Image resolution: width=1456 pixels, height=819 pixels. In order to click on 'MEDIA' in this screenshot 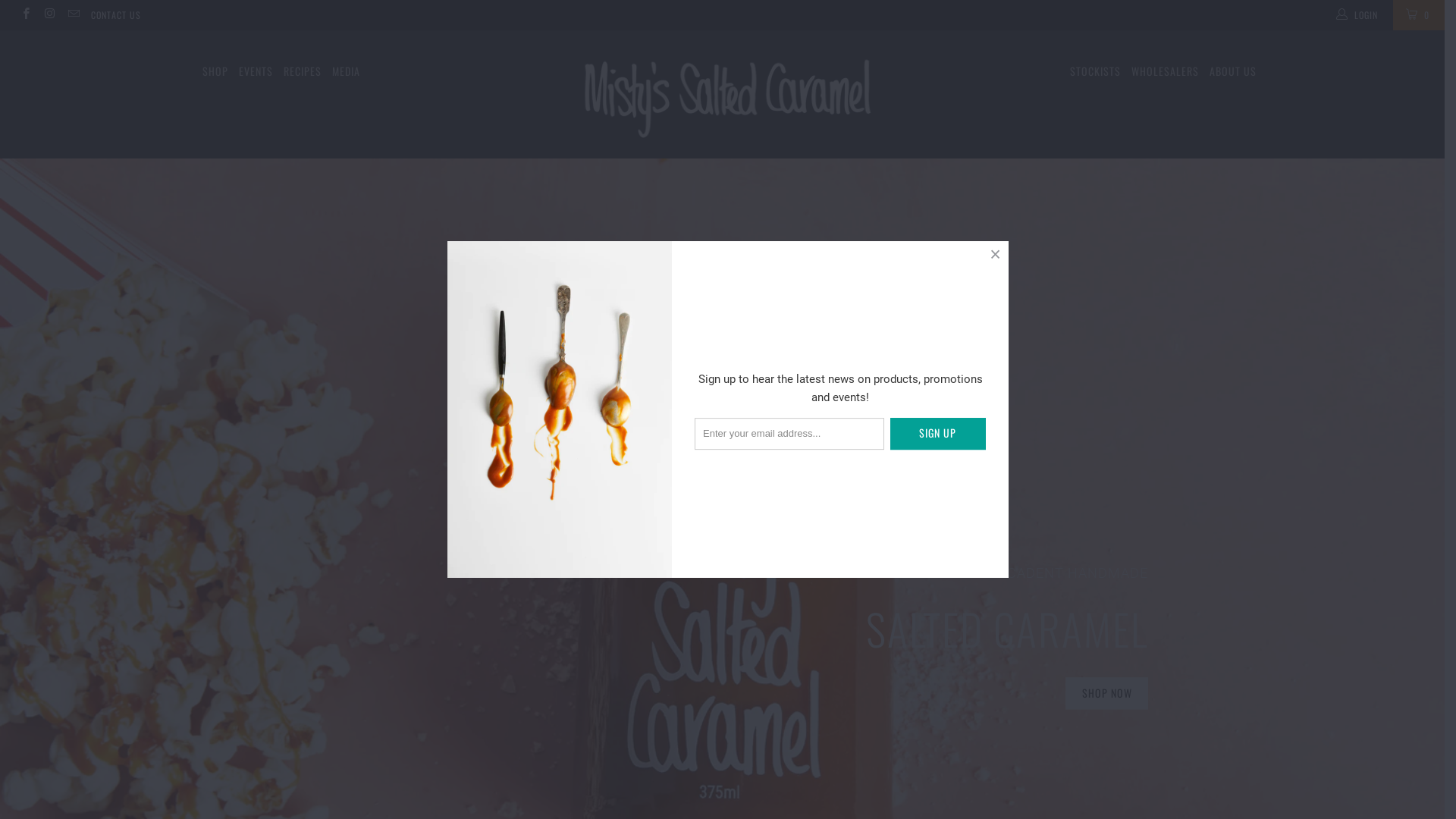, I will do `click(345, 71)`.